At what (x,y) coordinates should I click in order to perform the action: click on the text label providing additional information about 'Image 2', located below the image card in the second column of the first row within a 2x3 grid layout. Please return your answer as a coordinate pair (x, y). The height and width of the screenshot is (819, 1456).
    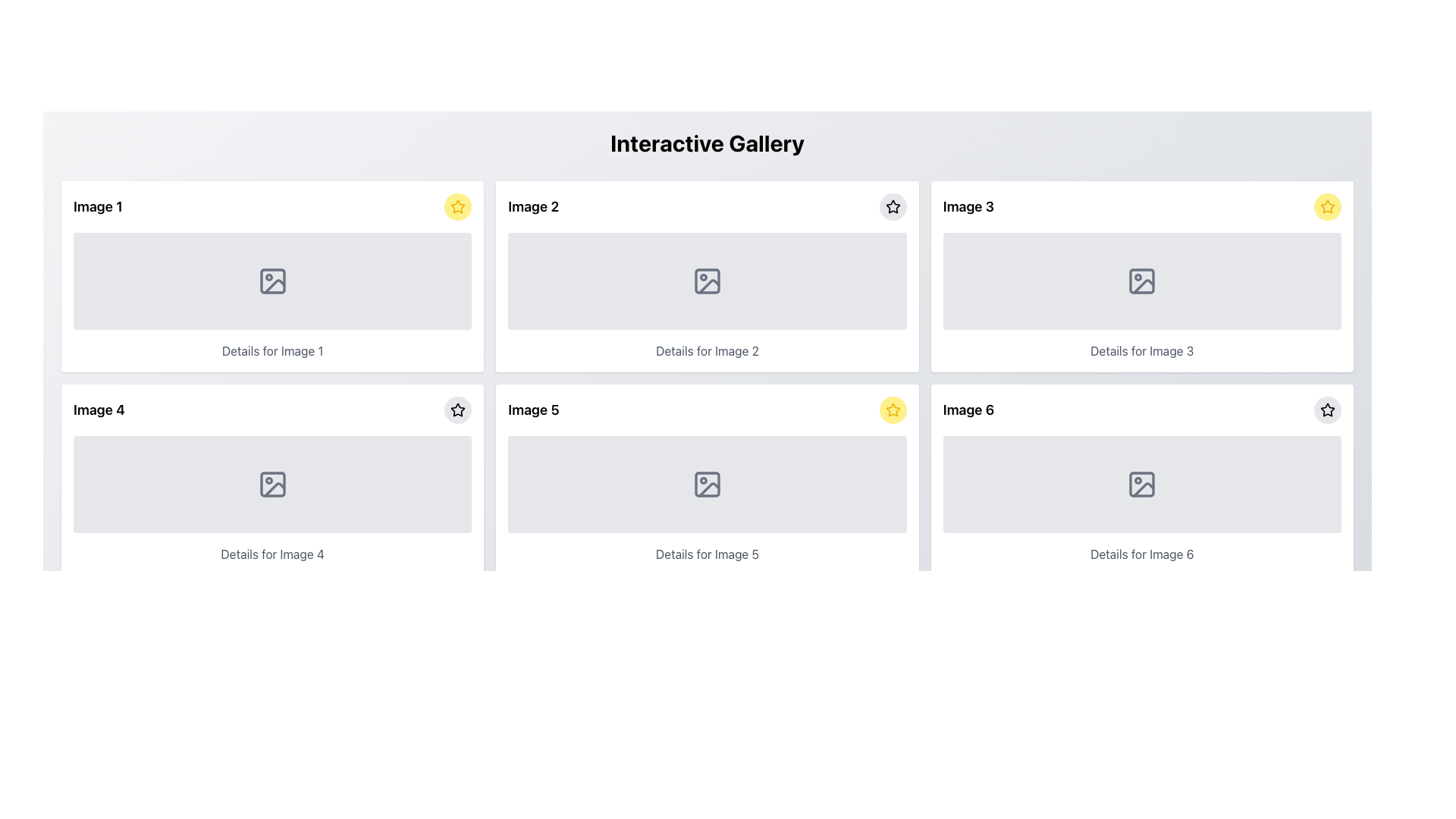
    Looking at the image, I should click on (706, 350).